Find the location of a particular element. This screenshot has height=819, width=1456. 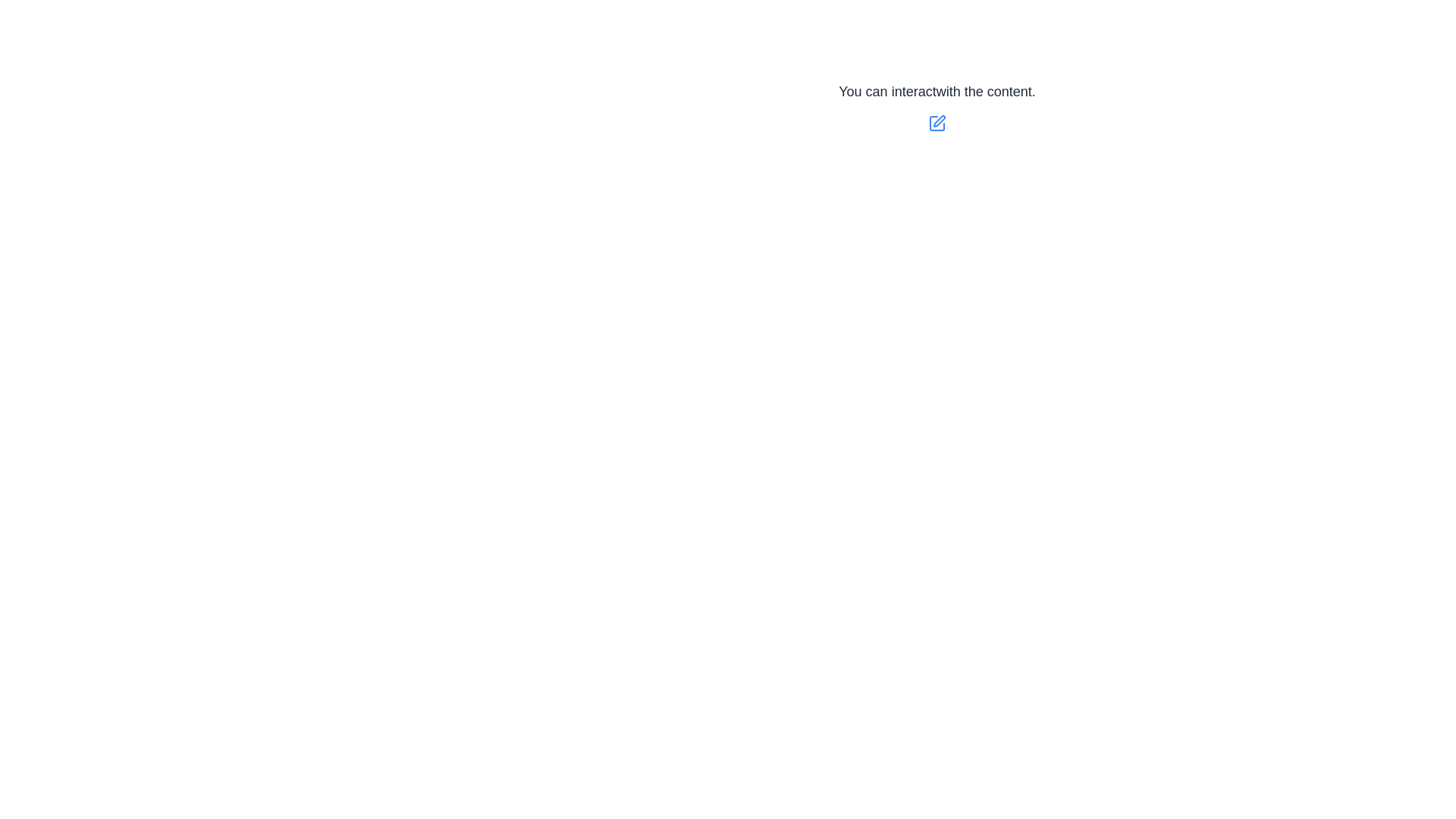

the blue stroke-based square icon with rounded corners located in the top-right quadrant of the application is located at coordinates (937, 122).